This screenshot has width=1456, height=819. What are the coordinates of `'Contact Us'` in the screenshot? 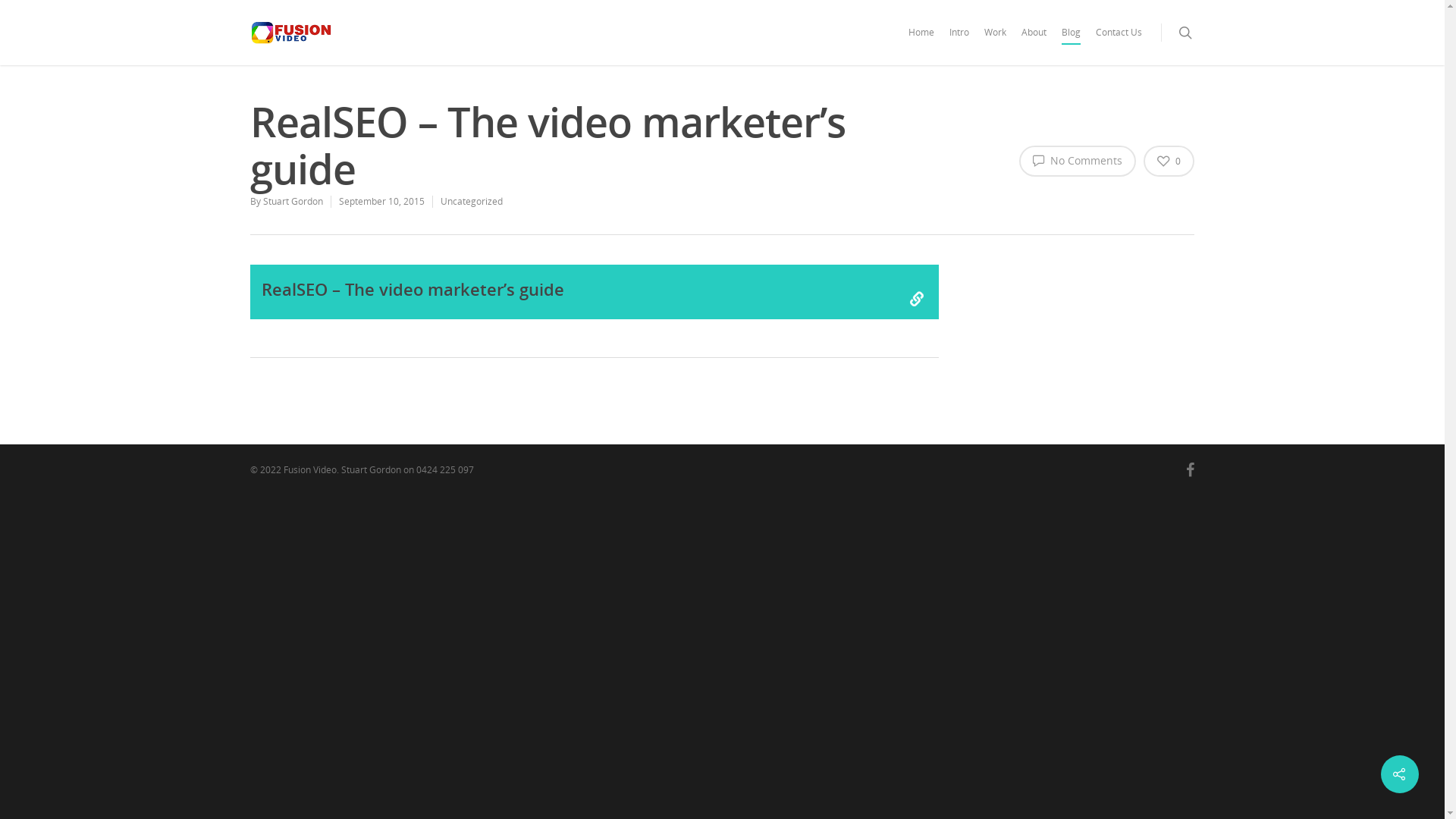 It's located at (1119, 42).